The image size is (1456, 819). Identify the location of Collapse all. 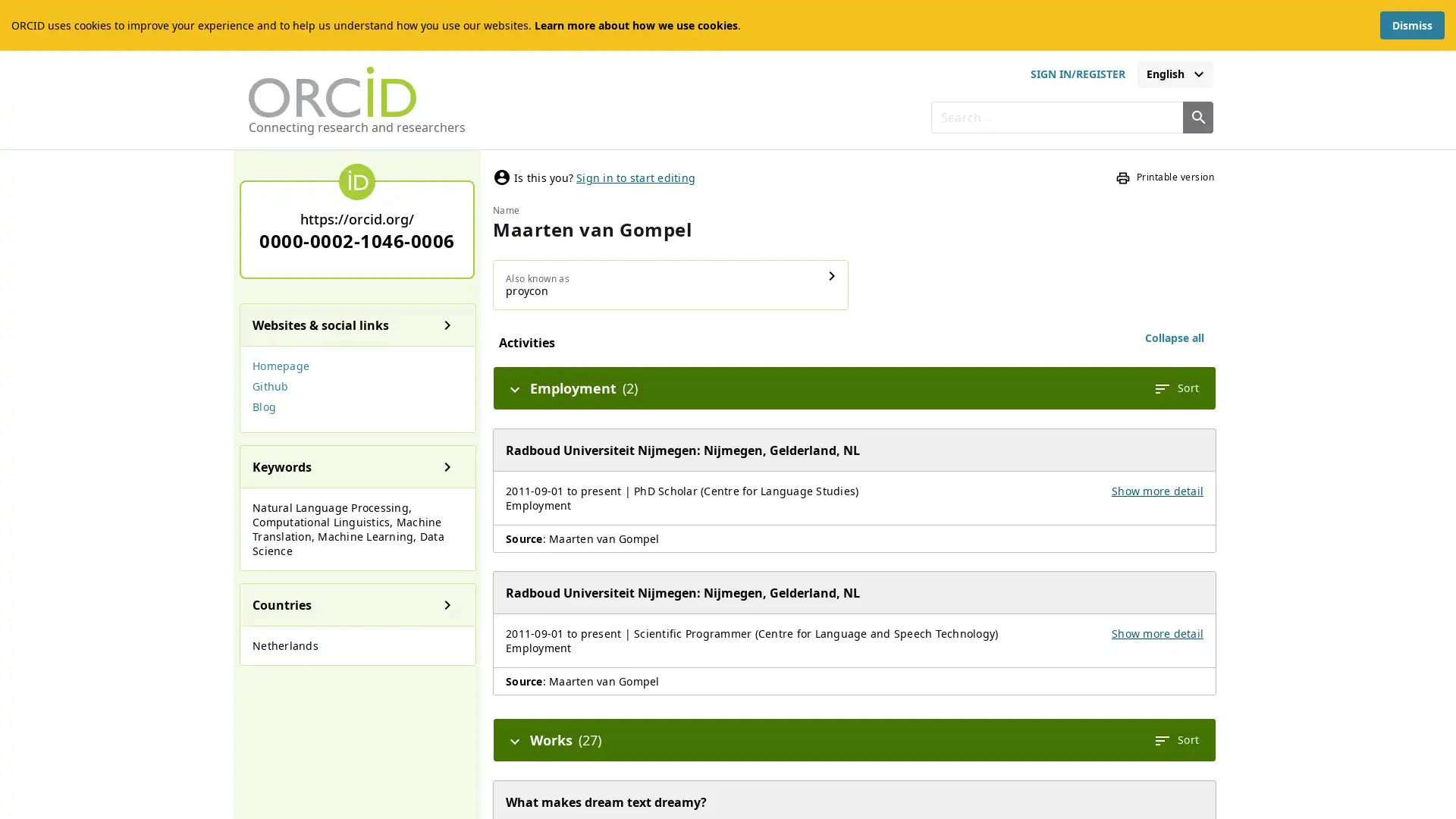
(1174, 337).